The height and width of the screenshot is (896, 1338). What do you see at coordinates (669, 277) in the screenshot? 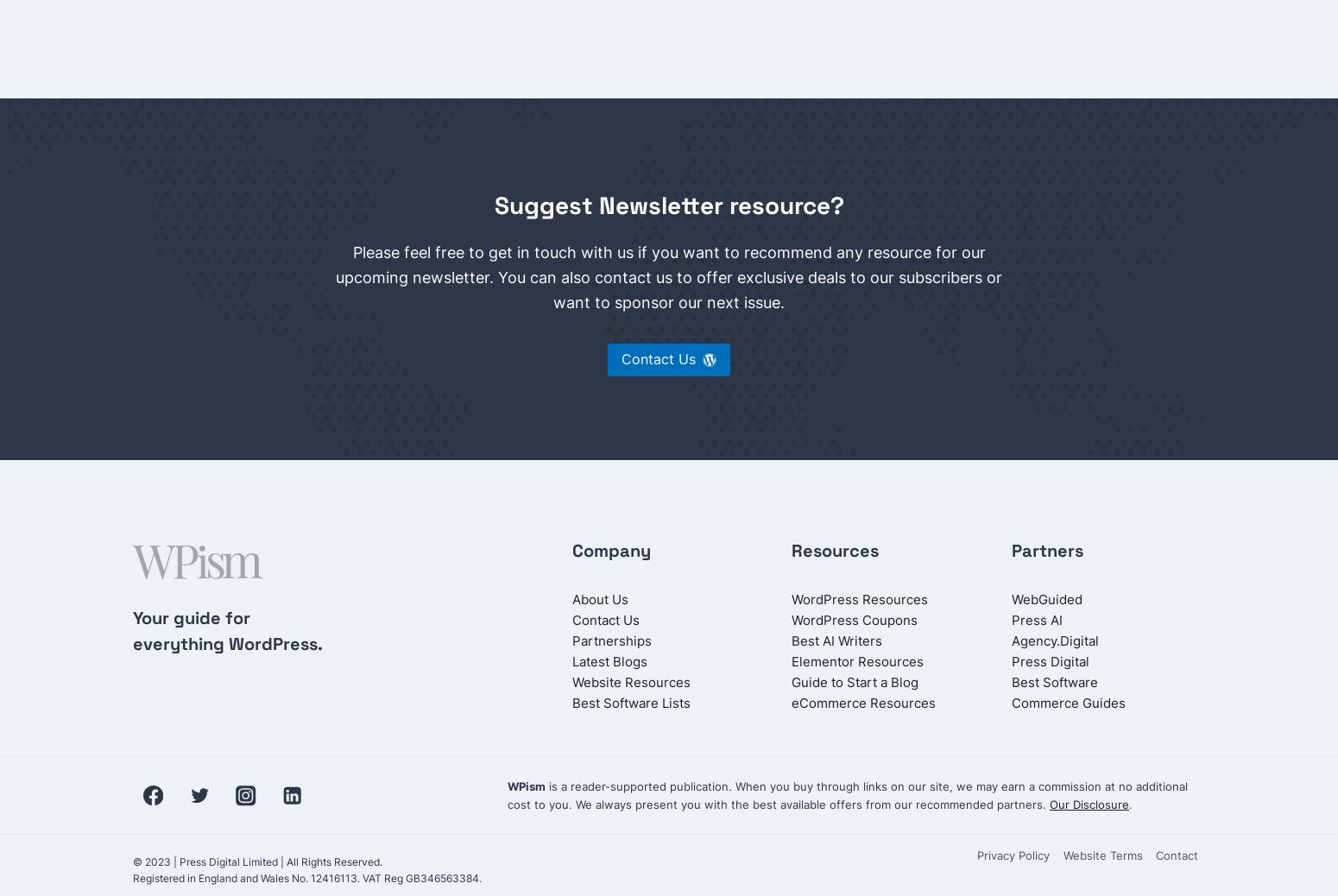
I see `'Please feel free to get in touch with us if you want to recommend any resource for our upcoming newsletter. You can also contact us to offer exclusive deals to our subscribers or want to sponsor our next issue.'` at bounding box center [669, 277].